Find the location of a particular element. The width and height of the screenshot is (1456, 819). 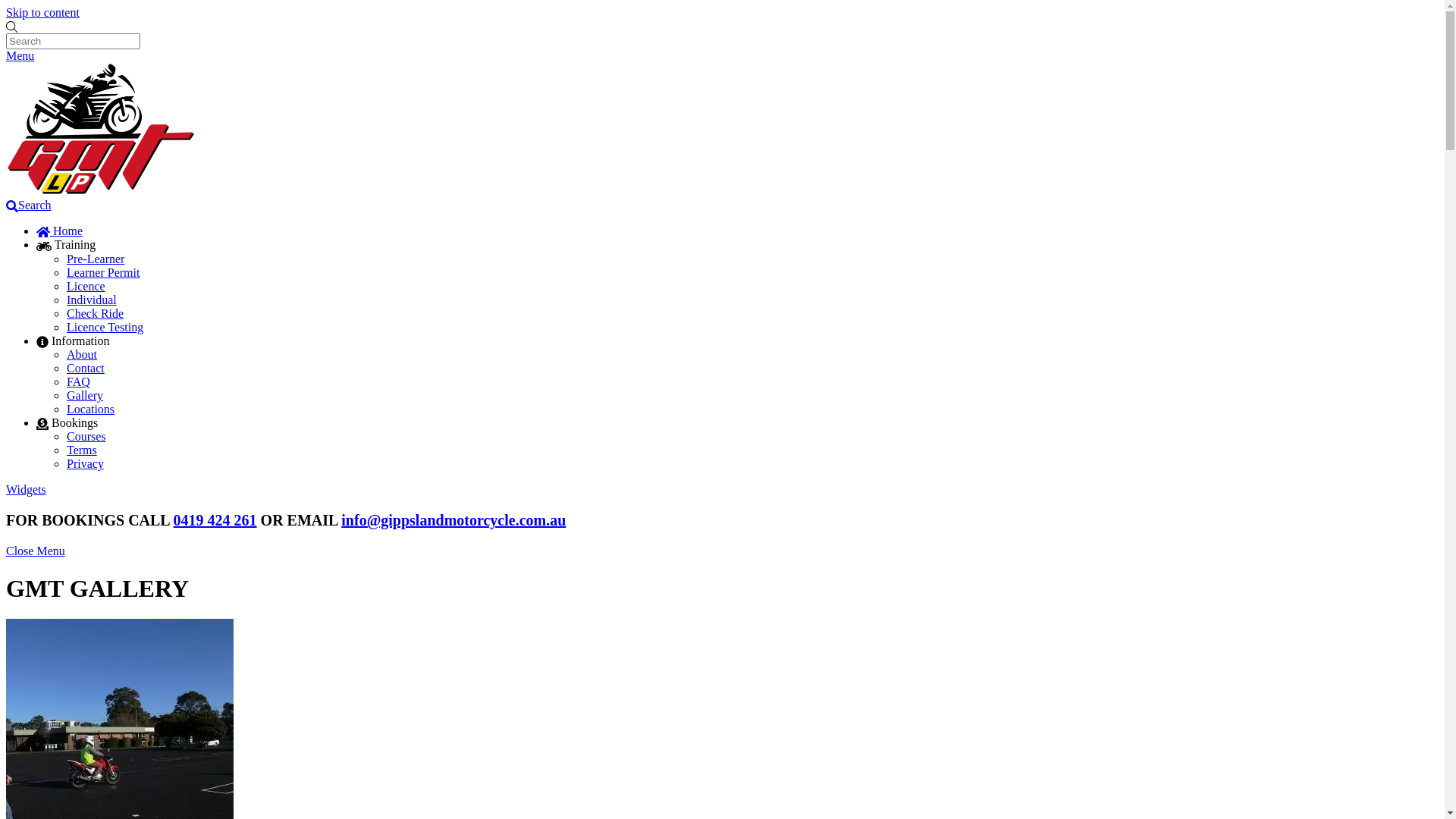

'0419 424 261' is located at coordinates (174, 519).